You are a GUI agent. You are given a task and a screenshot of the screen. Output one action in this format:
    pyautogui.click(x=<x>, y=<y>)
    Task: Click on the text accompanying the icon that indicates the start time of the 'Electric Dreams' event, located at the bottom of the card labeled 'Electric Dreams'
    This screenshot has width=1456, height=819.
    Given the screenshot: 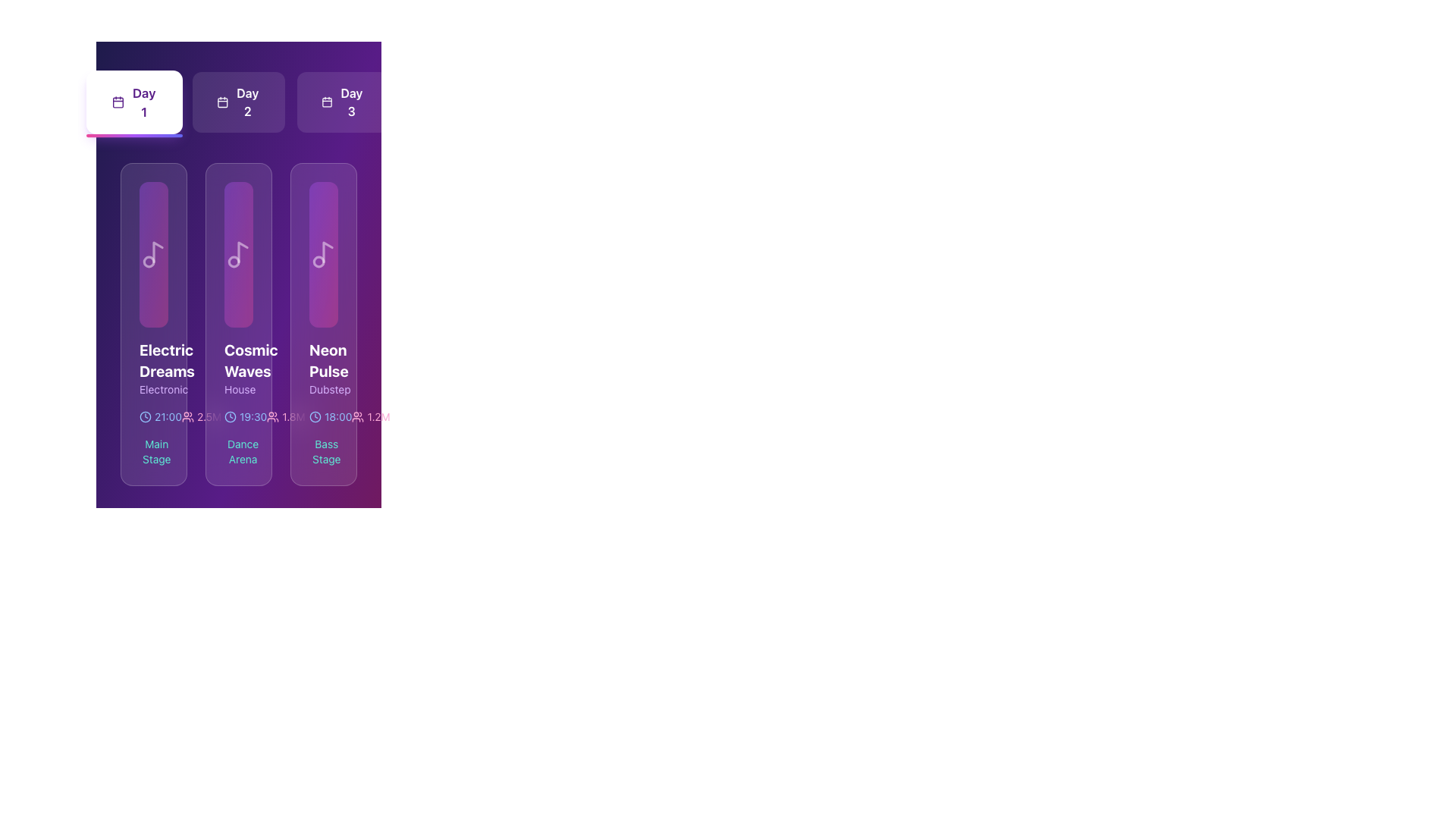 What is the action you would take?
    pyautogui.click(x=153, y=417)
    